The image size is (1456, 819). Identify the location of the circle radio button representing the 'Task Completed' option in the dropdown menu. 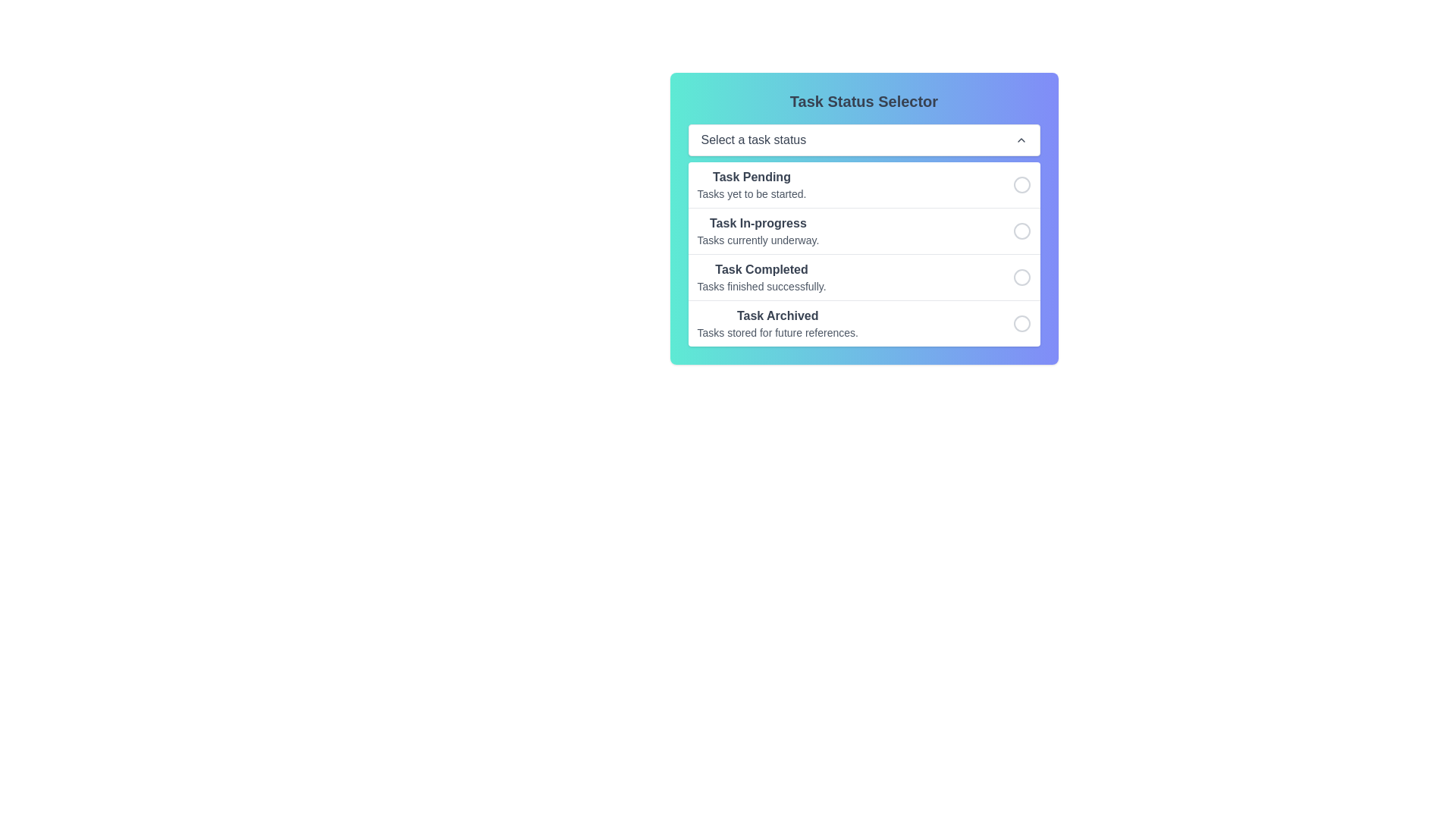
(1021, 278).